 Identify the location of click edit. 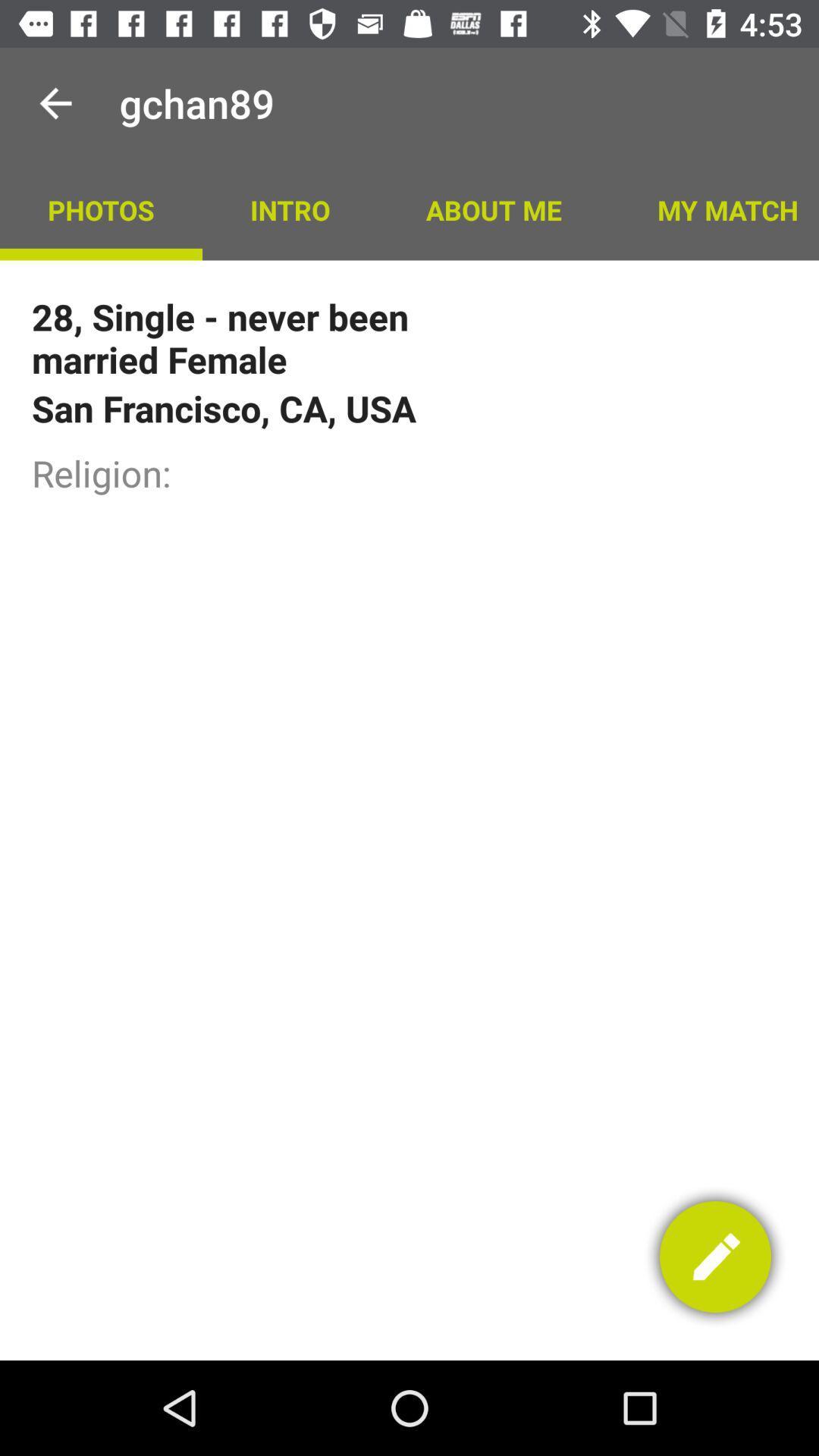
(715, 1257).